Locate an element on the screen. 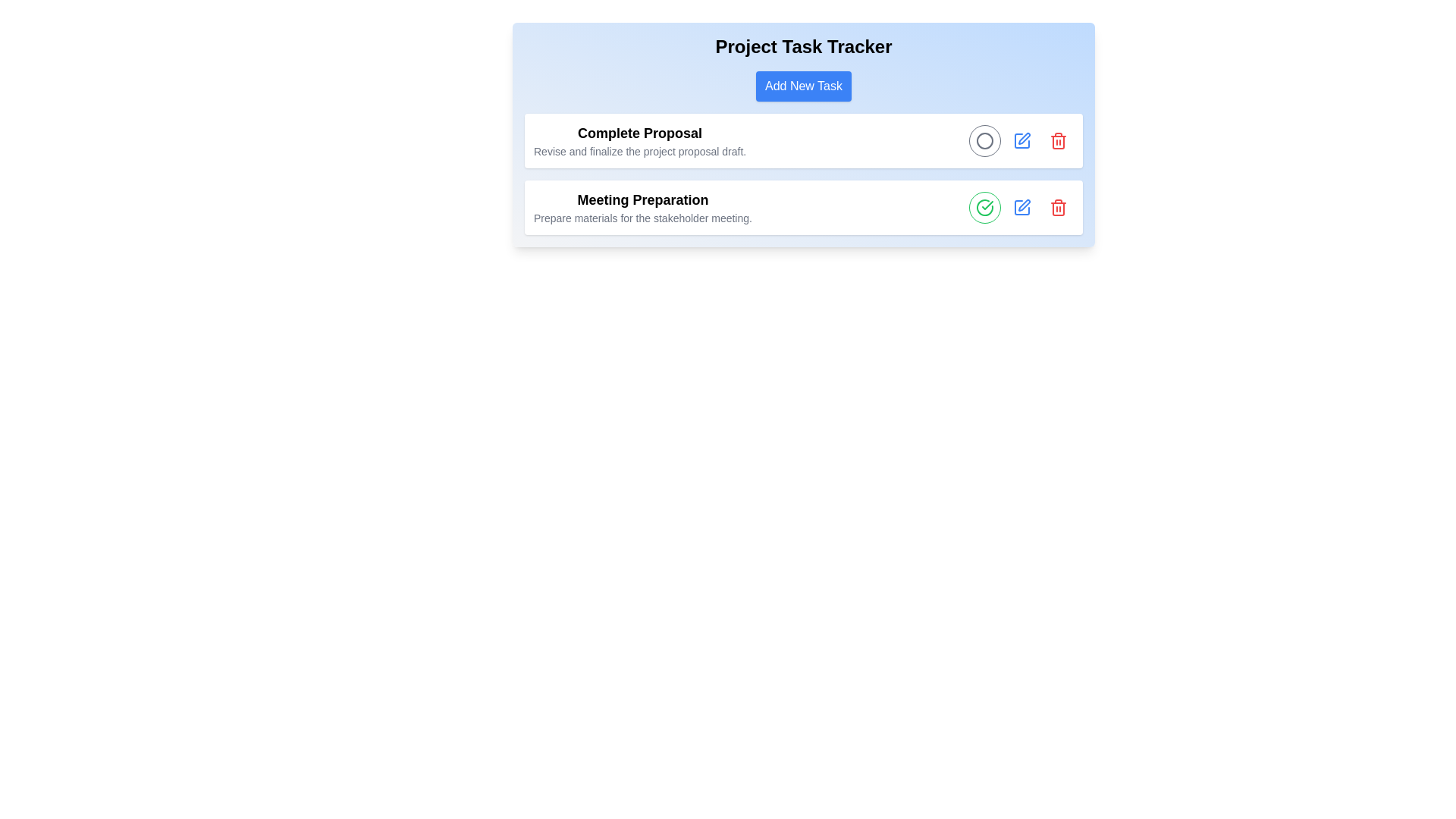 The image size is (1456, 819). edit button for the task 'Complete Proposal' is located at coordinates (1022, 140).